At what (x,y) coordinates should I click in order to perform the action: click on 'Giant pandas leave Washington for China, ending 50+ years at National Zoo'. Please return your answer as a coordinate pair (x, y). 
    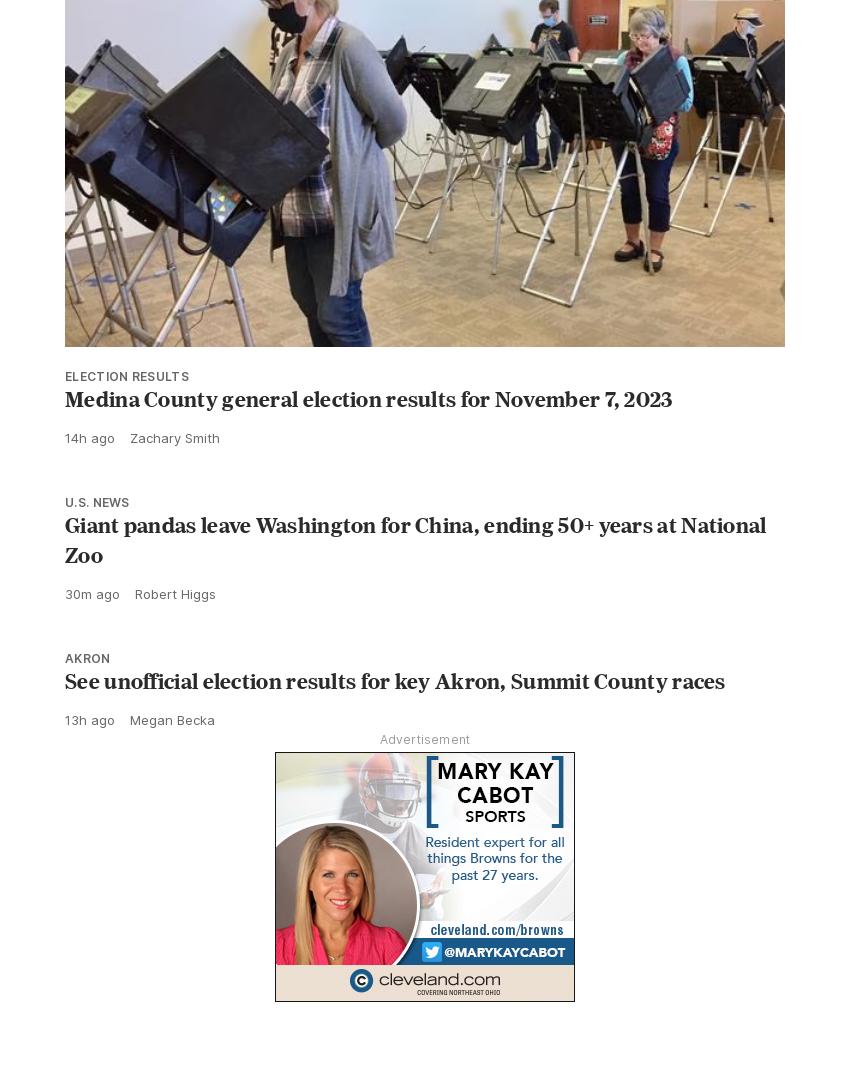
    Looking at the image, I should click on (415, 539).